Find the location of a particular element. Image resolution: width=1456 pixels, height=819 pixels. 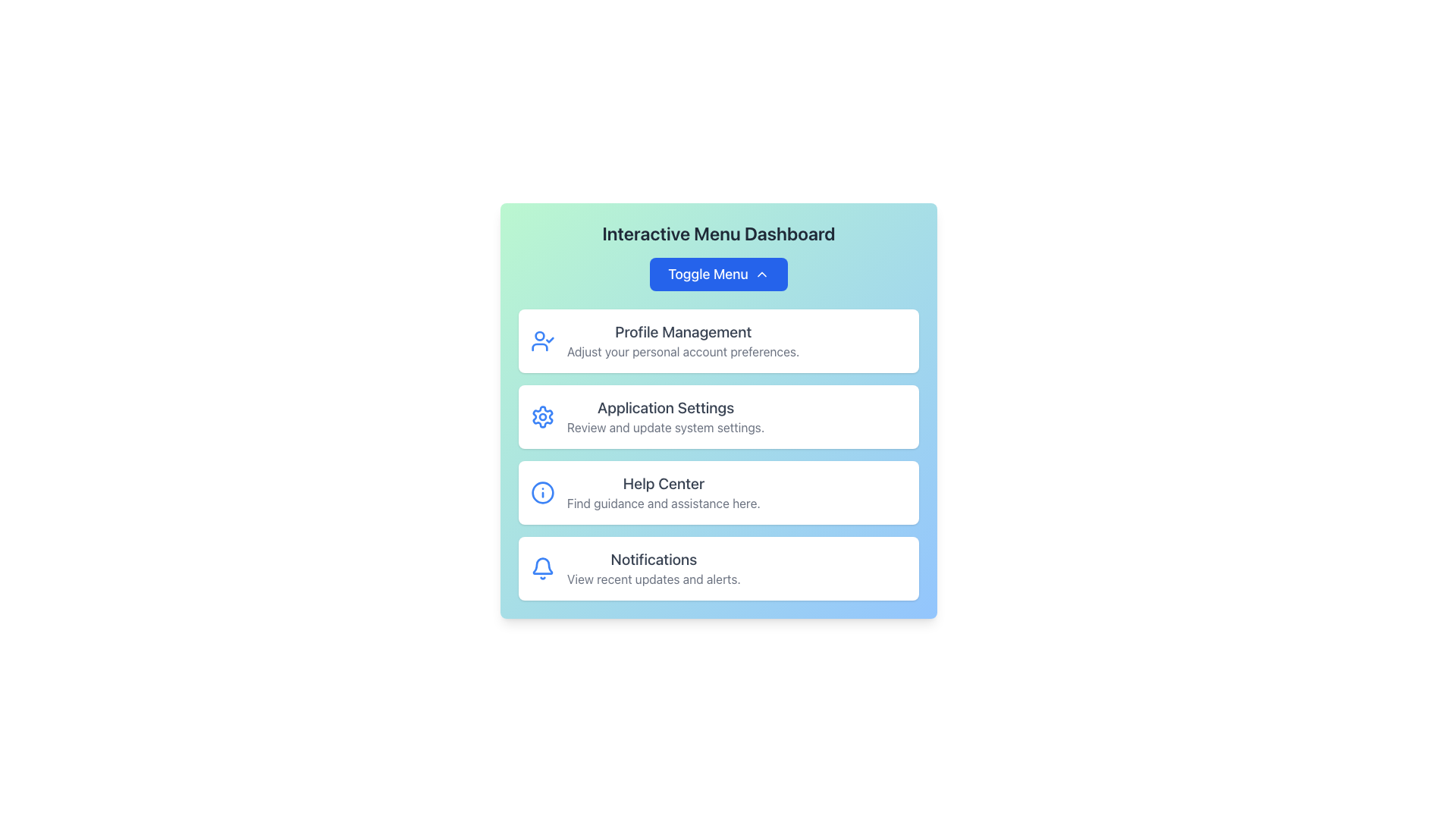

the third option in the menu that directs users to the 'Help Center', located between 'Application Settings' and 'Notifications' is located at coordinates (718, 493).